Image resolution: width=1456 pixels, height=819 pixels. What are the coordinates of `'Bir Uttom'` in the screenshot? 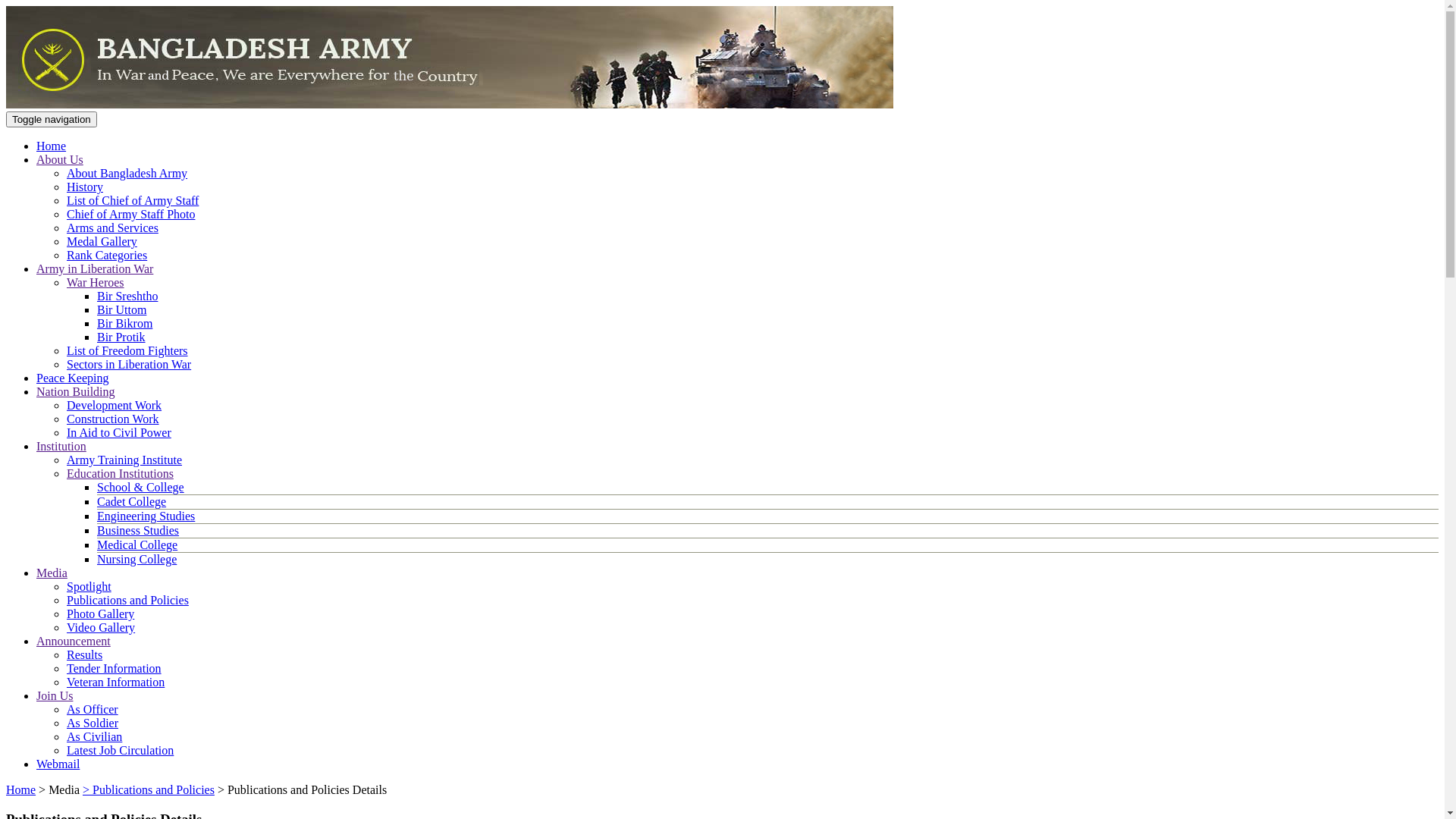 It's located at (121, 309).